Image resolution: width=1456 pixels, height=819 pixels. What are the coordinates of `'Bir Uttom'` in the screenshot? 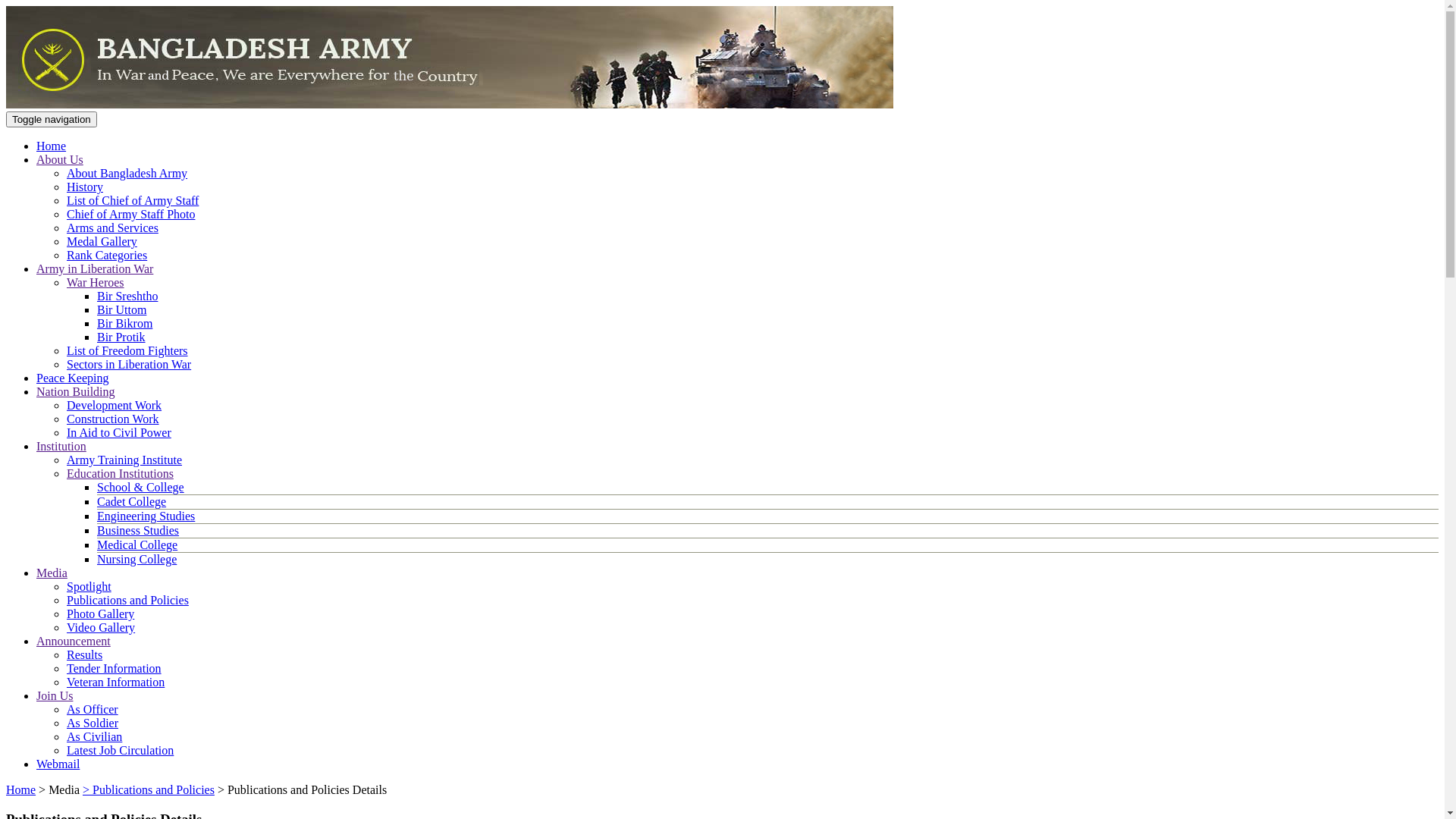 It's located at (121, 309).